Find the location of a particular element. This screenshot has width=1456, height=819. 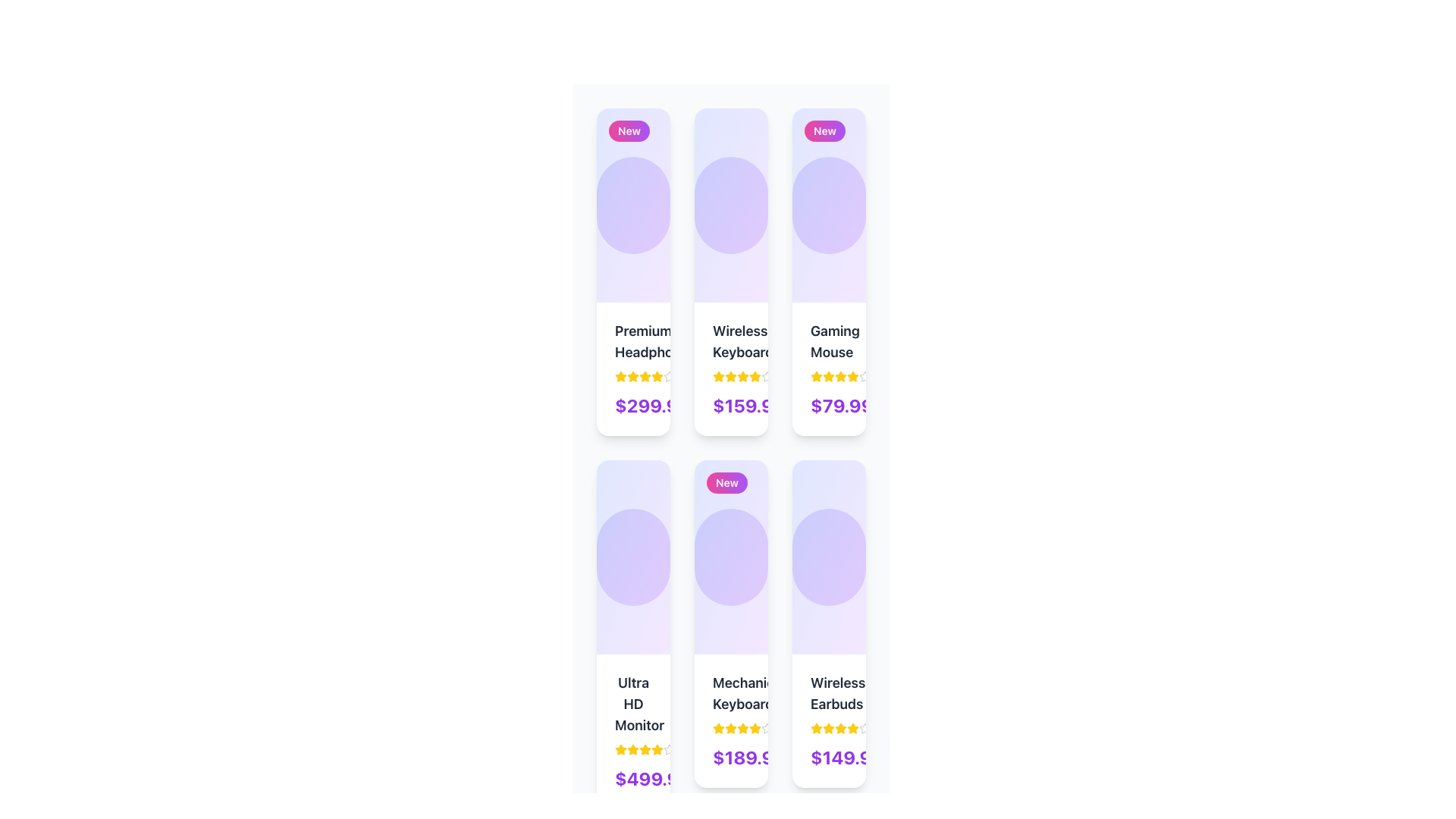

the circular decorative element with a gradient color scheme transitioning from indigo to purple, located in the upper portion of the first card in the topmost row is located at coordinates (633, 205).